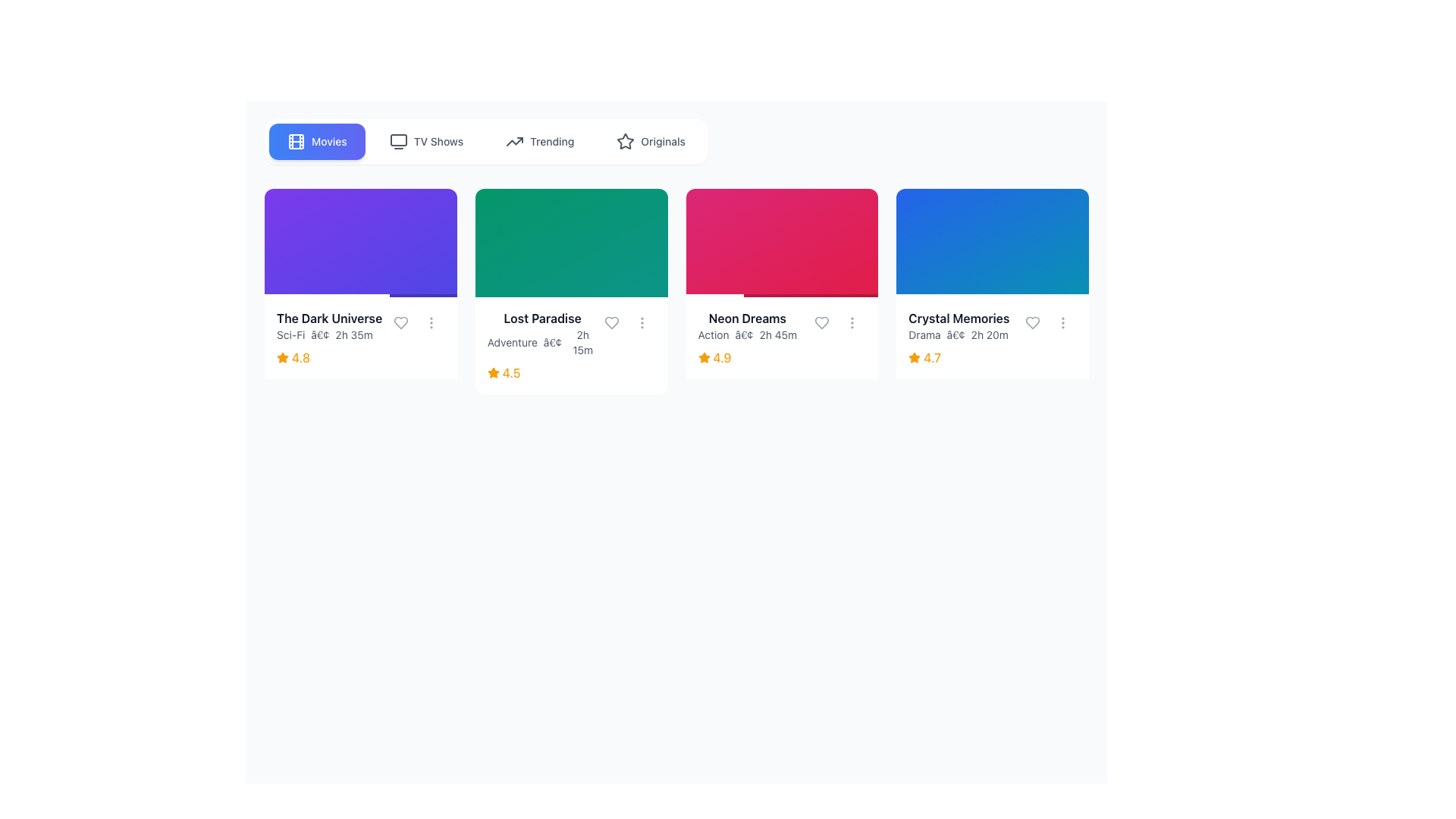 Image resolution: width=1456 pixels, height=819 pixels. What do you see at coordinates (542, 342) in the screenshot?
I see `the informational Text label that provides genre and duration details, located below the title 'Lost Paradise' in the second card of a horizontally arranged group of cards` at bounding box center [542, 342].